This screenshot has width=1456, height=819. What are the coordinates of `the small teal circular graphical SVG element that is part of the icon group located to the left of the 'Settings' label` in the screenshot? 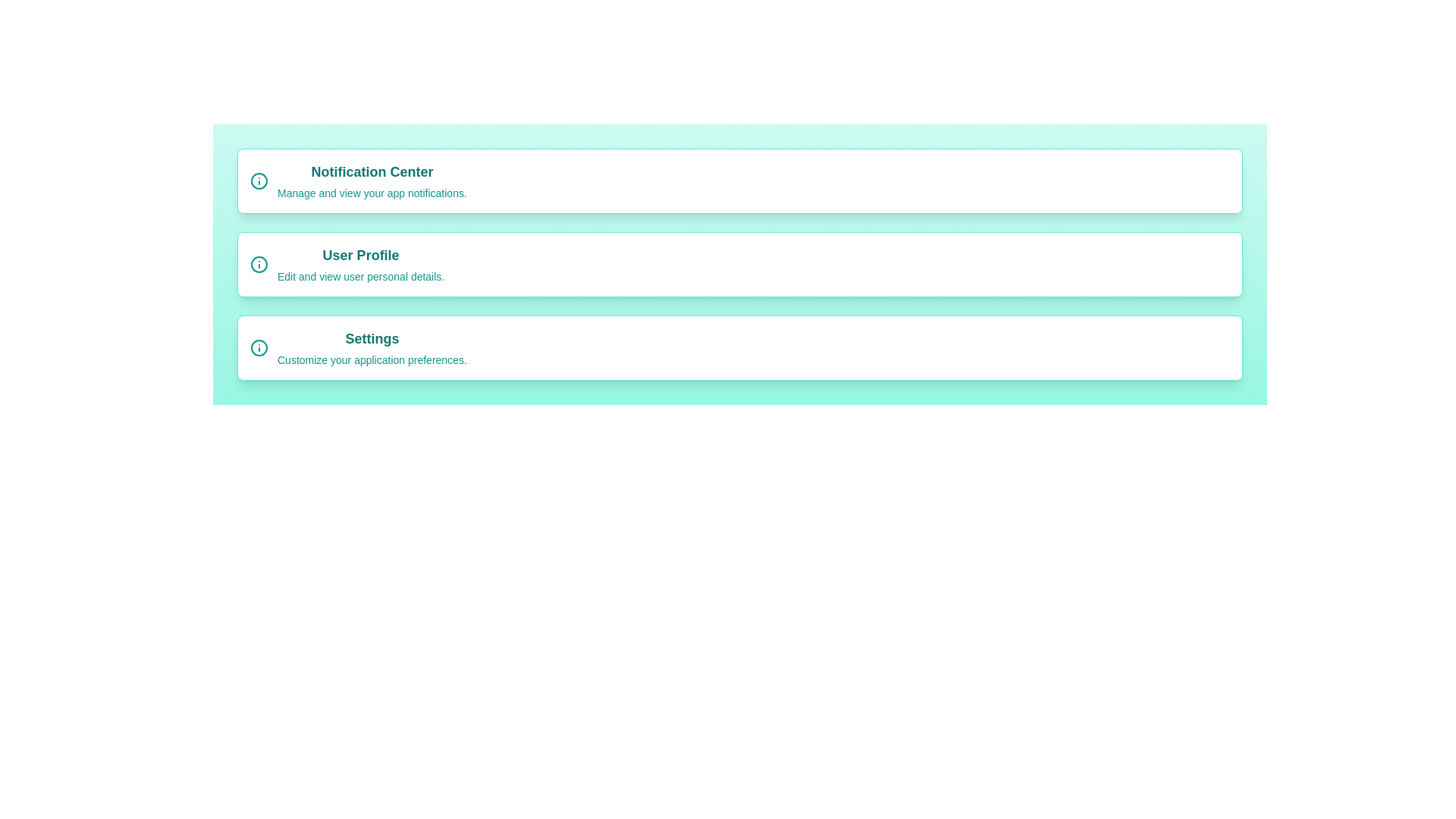 It's located at (259, 348).